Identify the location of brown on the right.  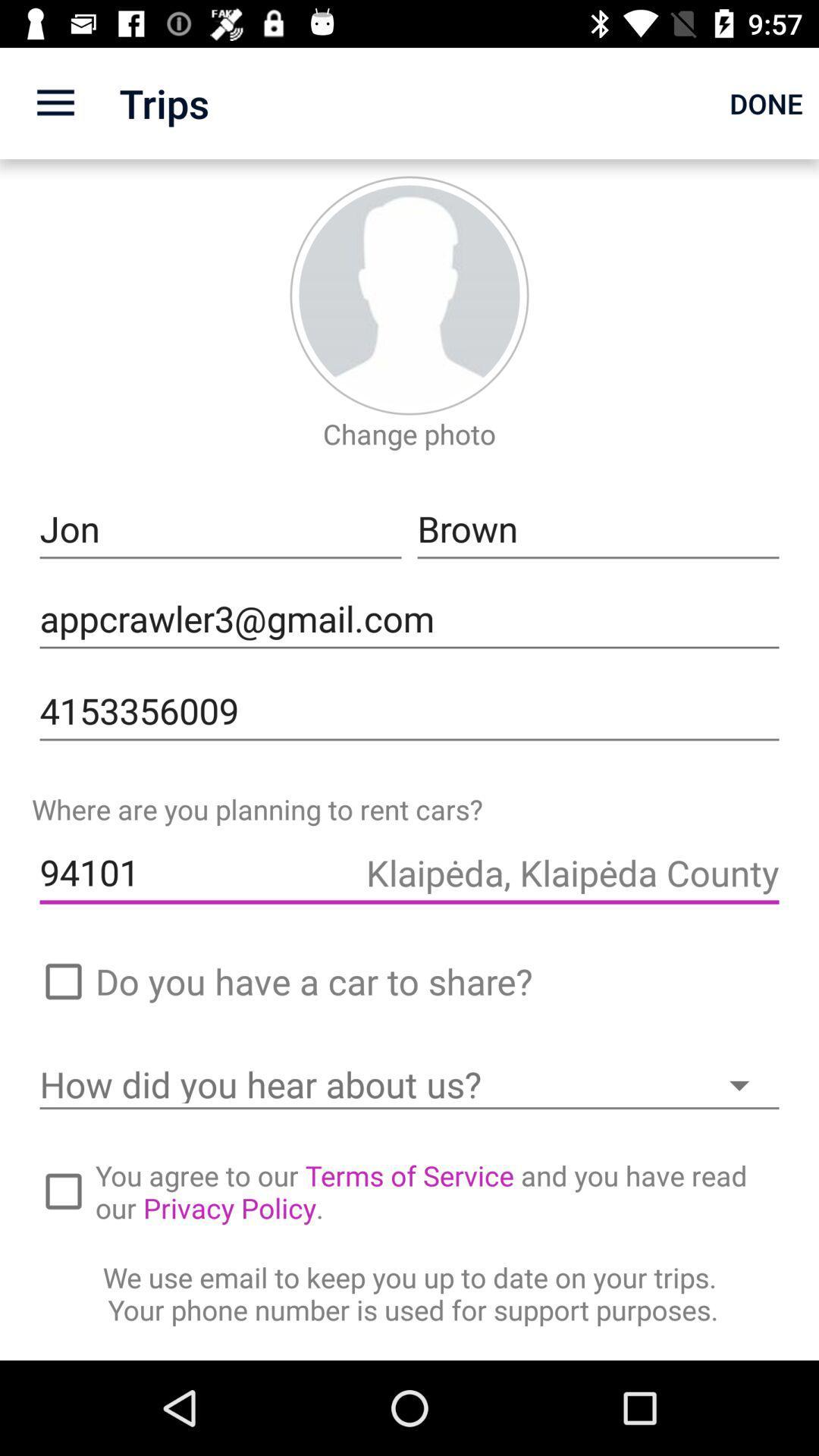
(598, 529).